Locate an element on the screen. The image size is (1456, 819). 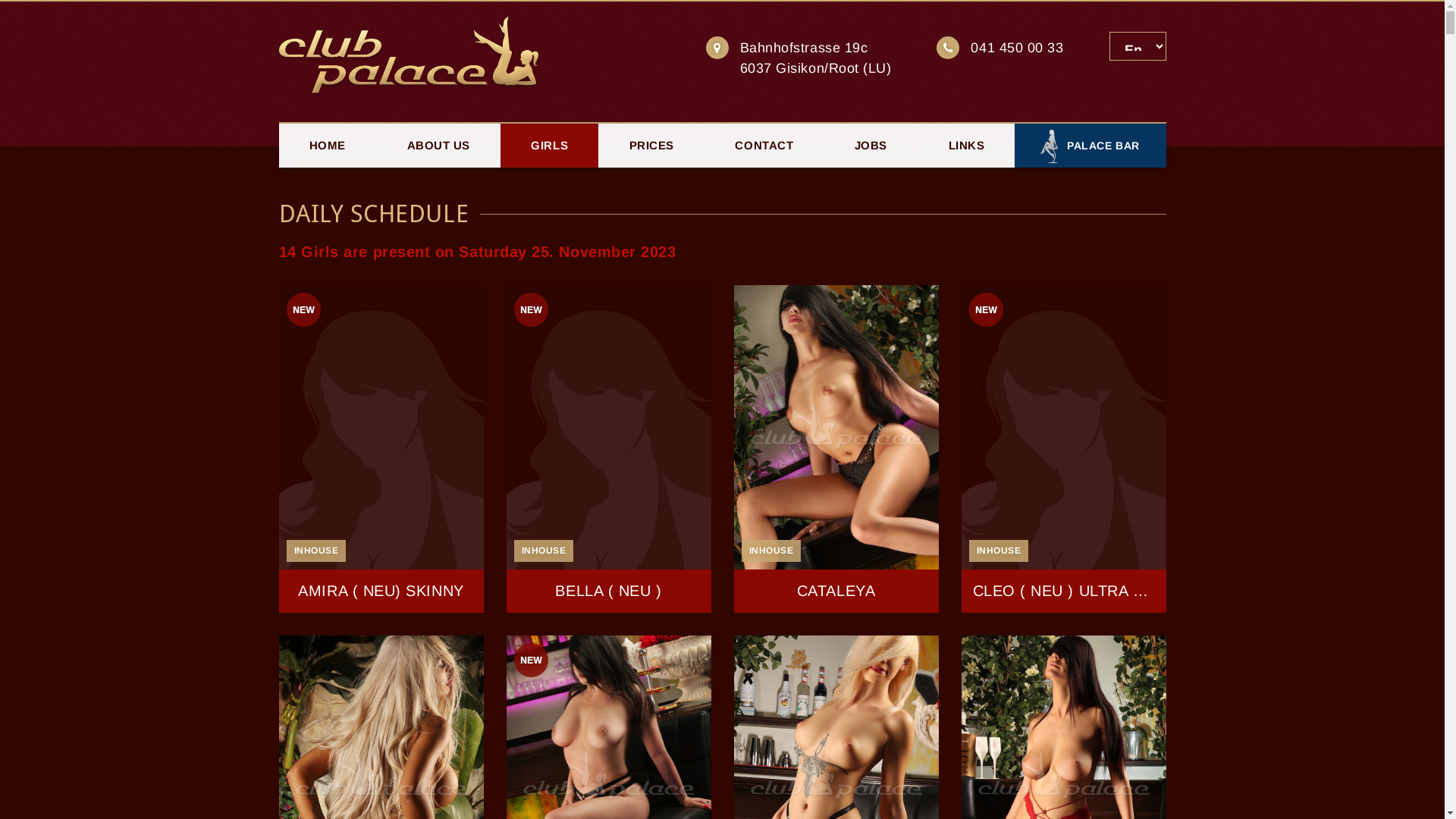
'JOBS' is located at coordinates (823, 145).